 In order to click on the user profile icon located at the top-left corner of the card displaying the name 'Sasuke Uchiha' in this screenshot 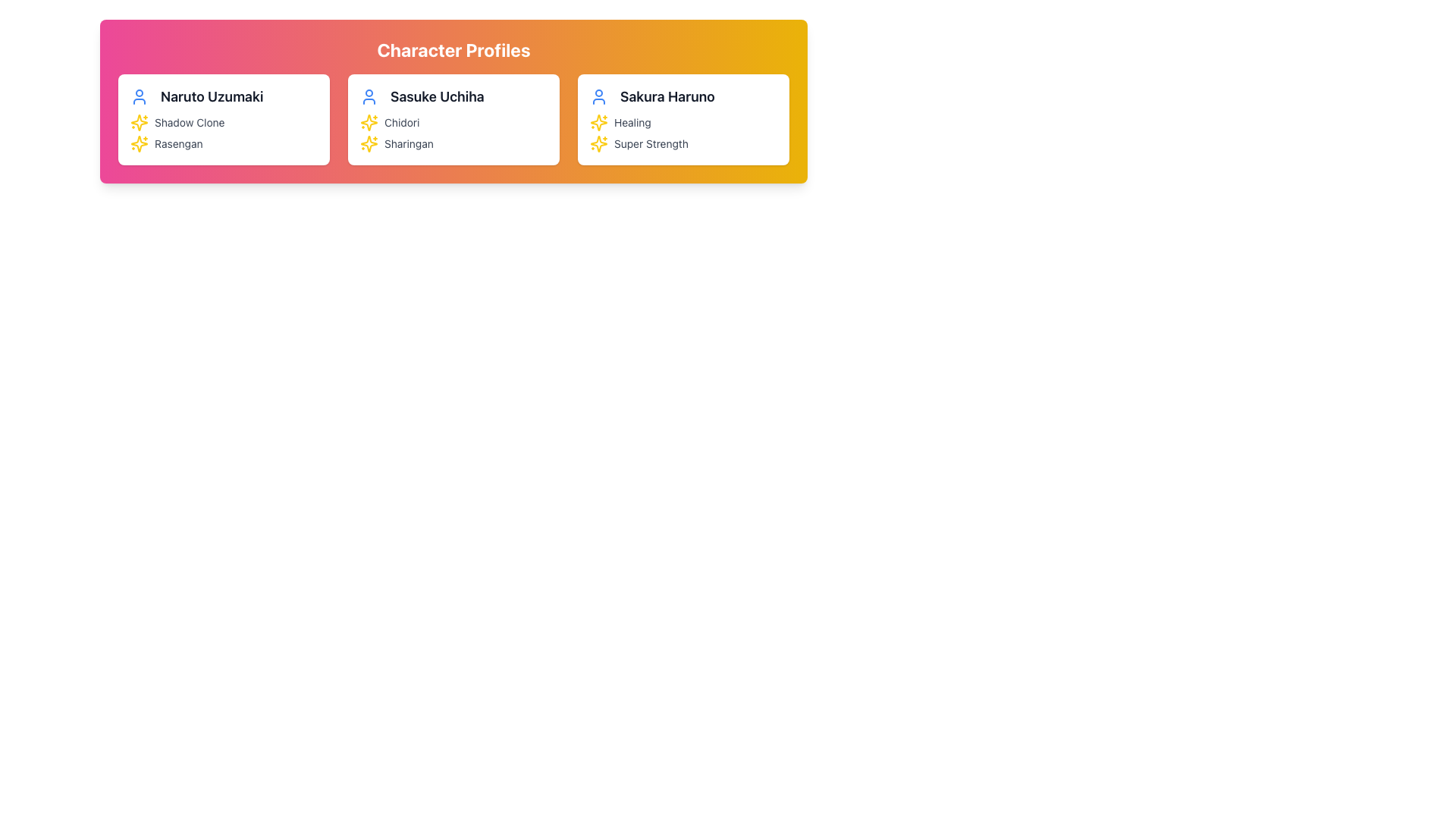, I will do `click(369, 96)`.